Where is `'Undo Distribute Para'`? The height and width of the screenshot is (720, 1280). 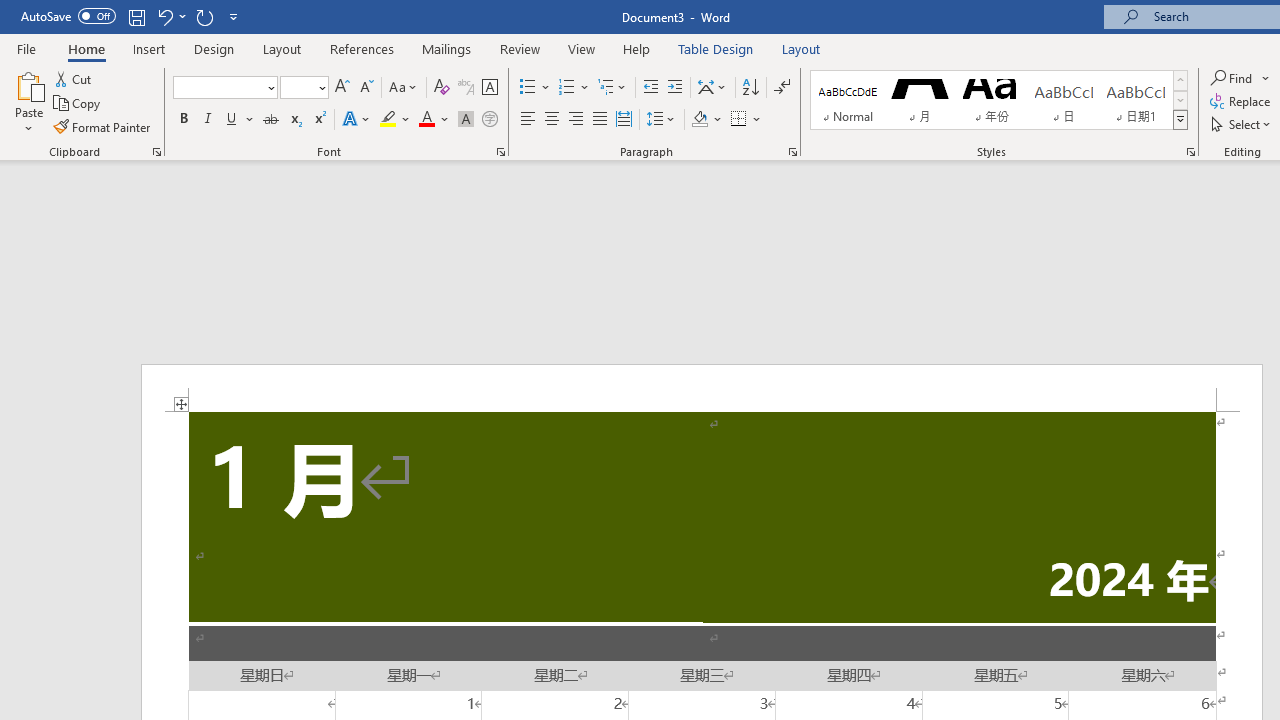 'Undo Distribute Para' is located at coordinates (170, 16).